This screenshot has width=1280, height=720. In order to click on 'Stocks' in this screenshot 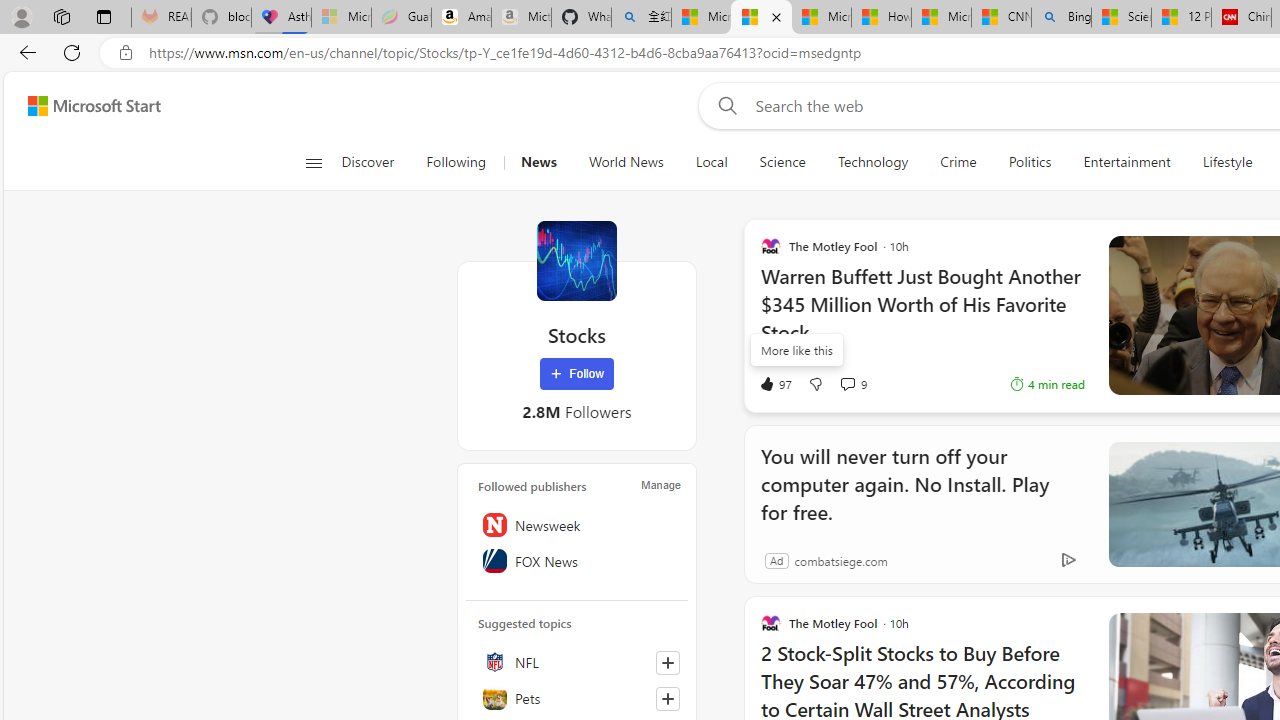, I will do `click(576, 260)`.